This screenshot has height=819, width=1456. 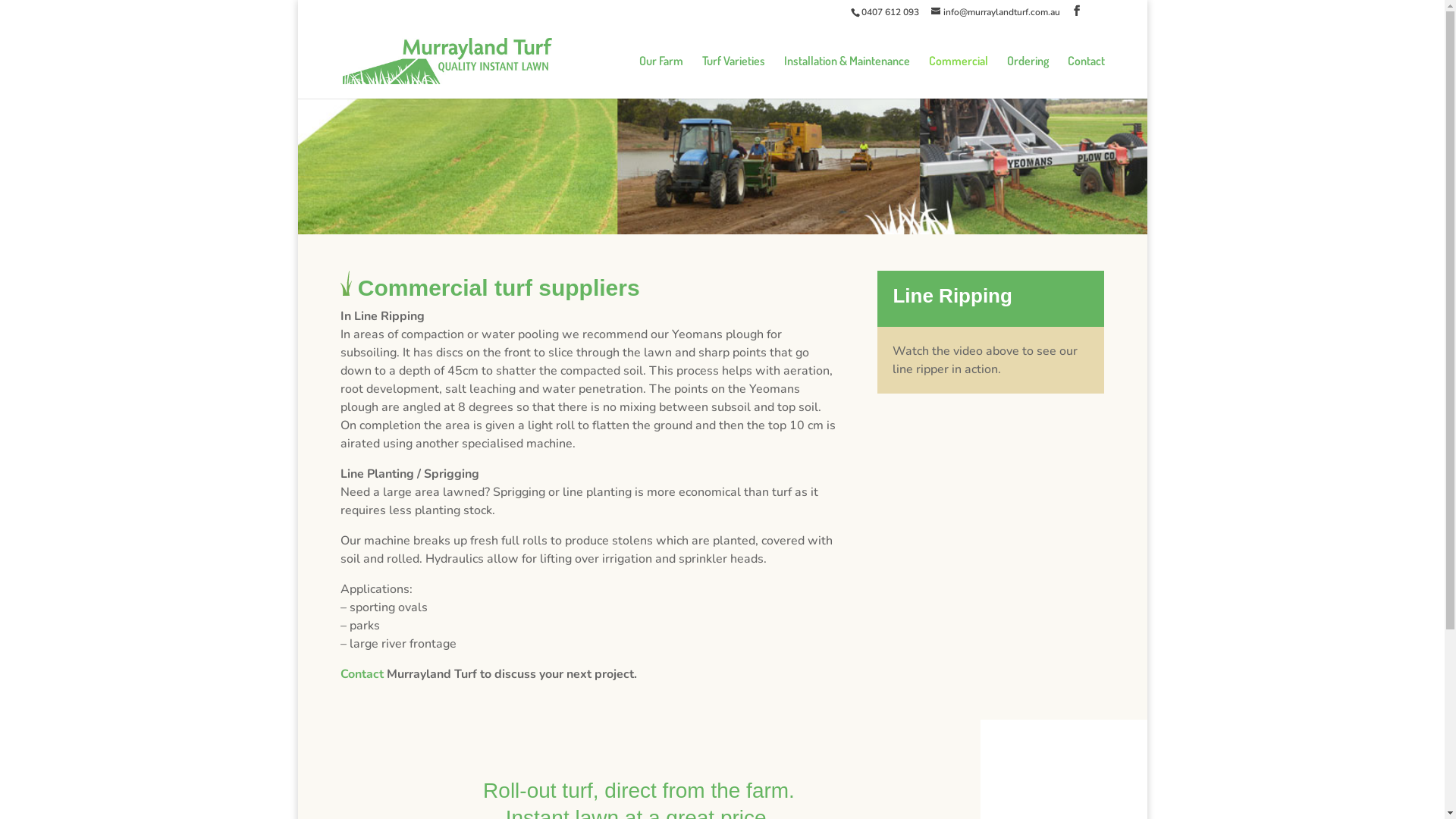 What do you see at coordinates (1085, 77) in the screenshot?
I see `'Contact'` at bounding box center [1085, 77].